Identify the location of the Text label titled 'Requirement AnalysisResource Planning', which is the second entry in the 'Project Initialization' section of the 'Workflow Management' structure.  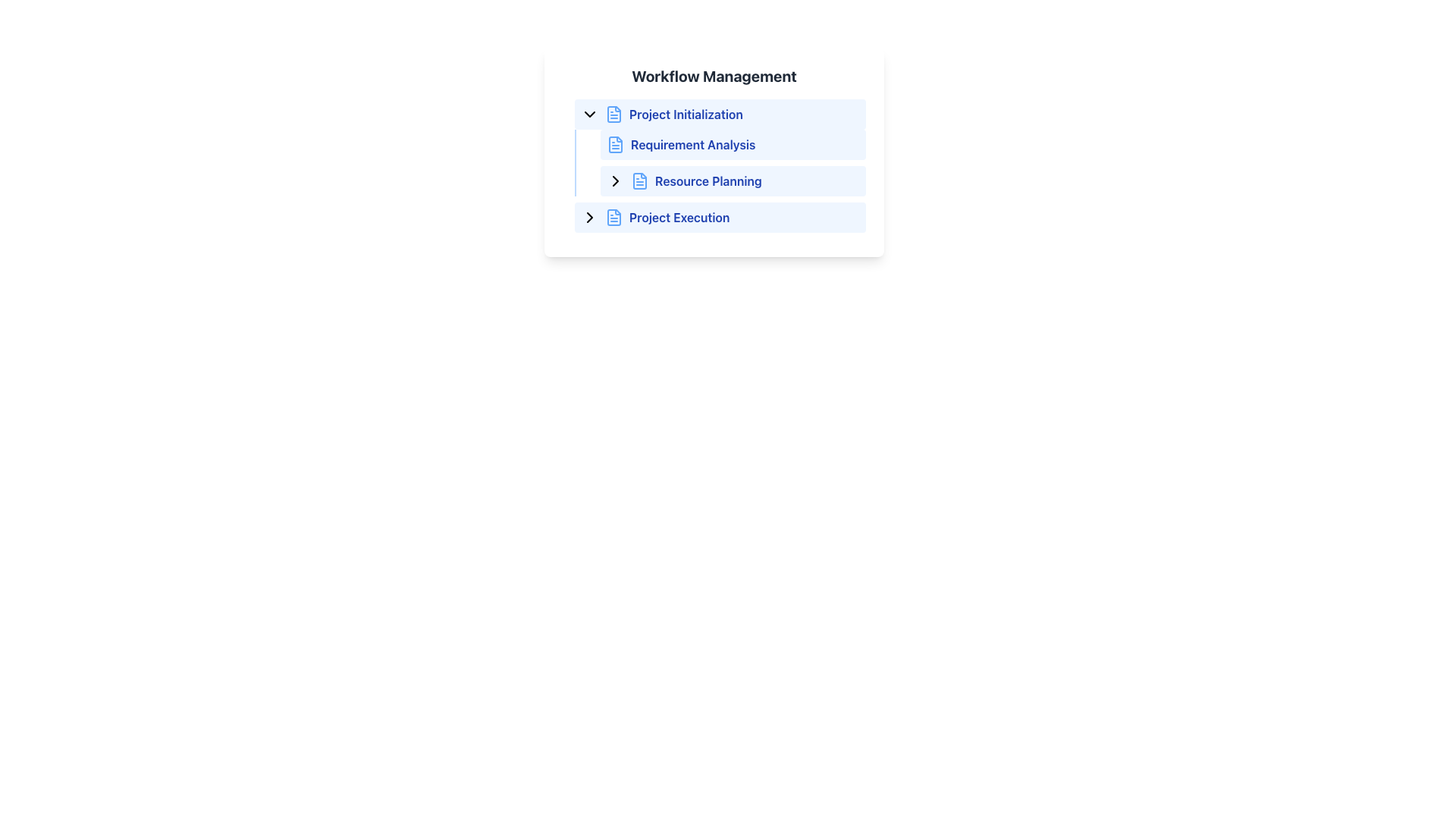
(720, 148).